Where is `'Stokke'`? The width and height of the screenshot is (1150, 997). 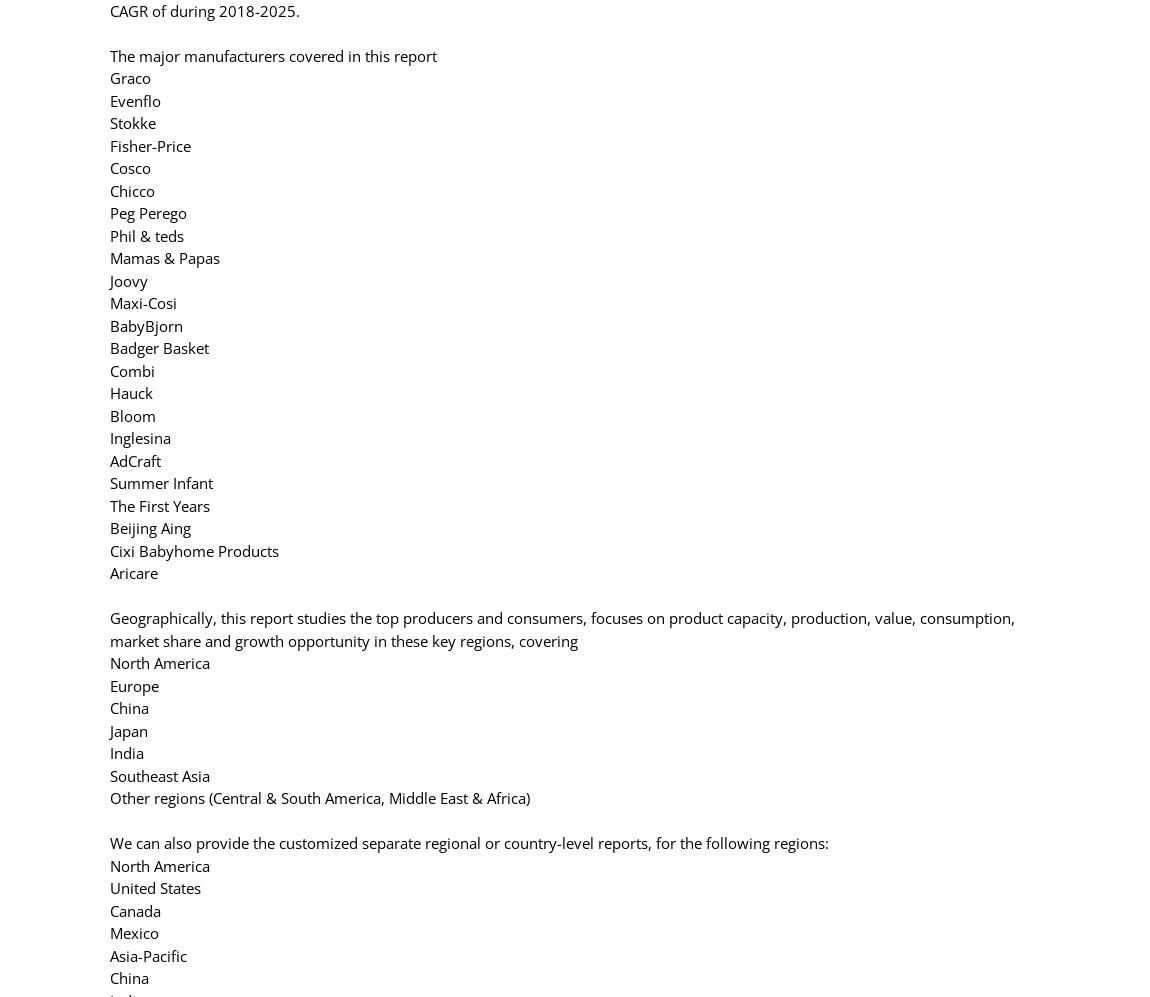
'Stokke' is located at coordinates (132, 123).